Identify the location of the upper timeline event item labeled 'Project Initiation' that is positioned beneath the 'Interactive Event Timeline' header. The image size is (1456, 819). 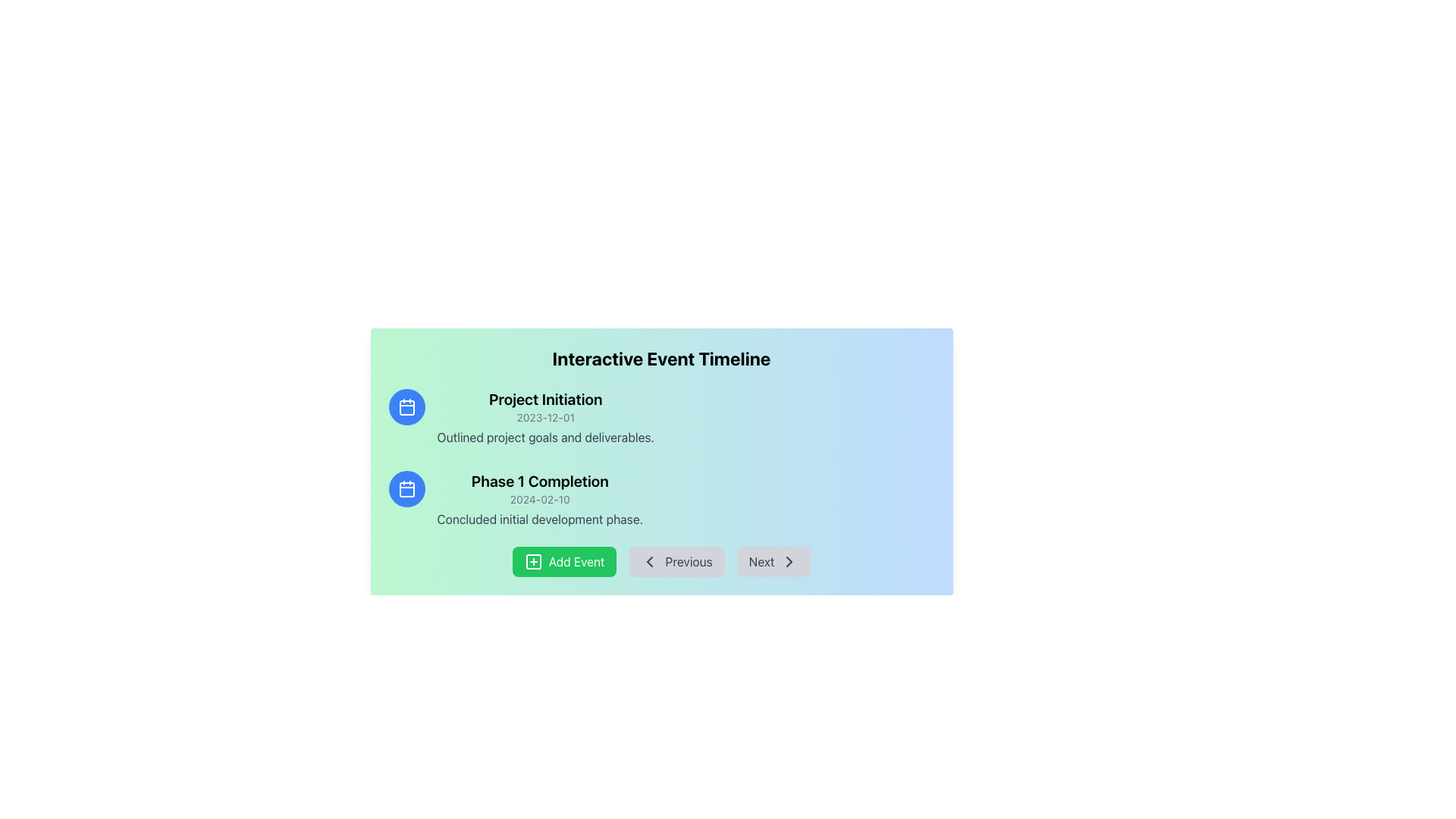
(545, 418).